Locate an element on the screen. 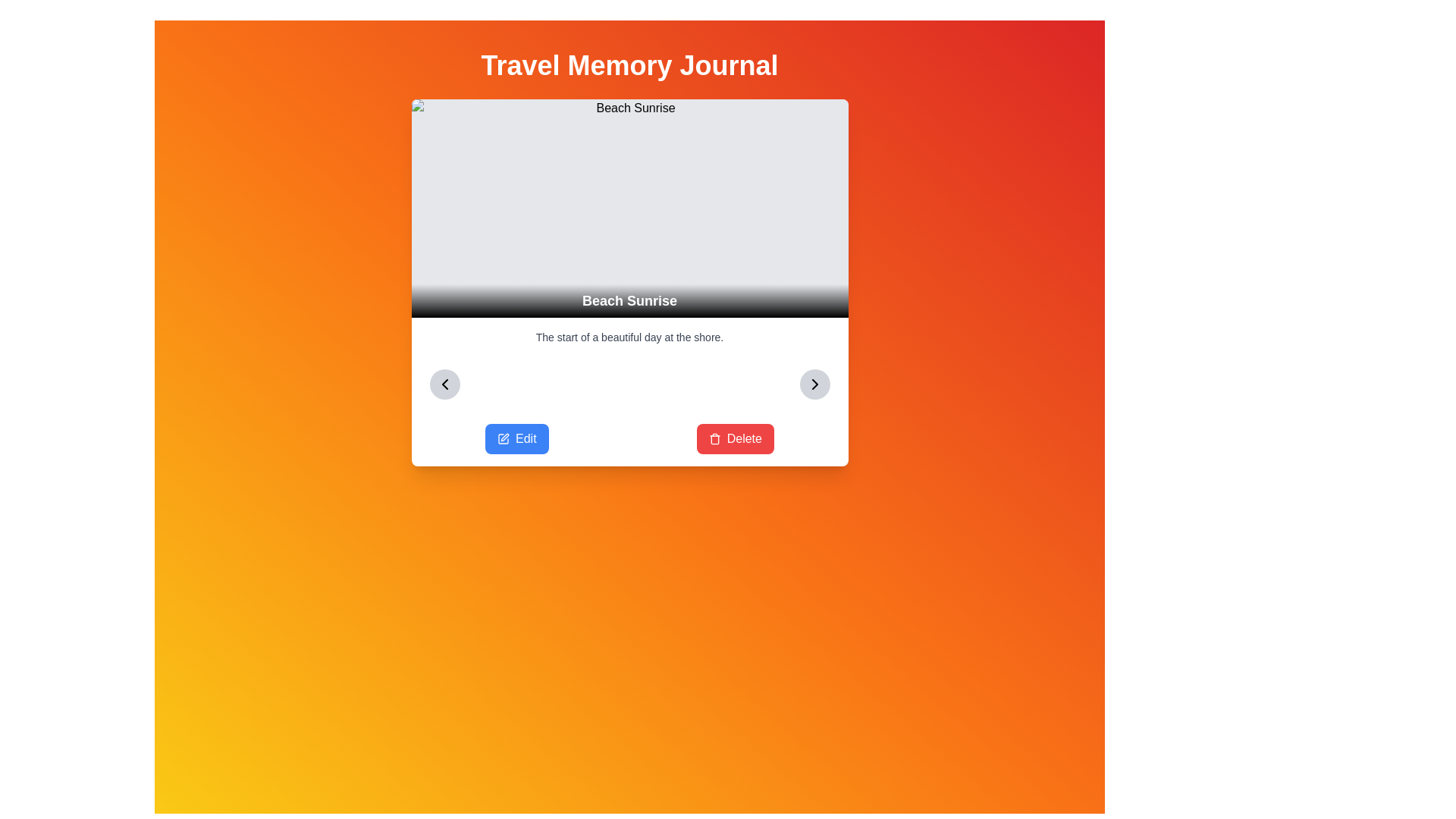  the chevron icon button located in the bottom-right corner of the card interface is located at coordinates (814, 383).